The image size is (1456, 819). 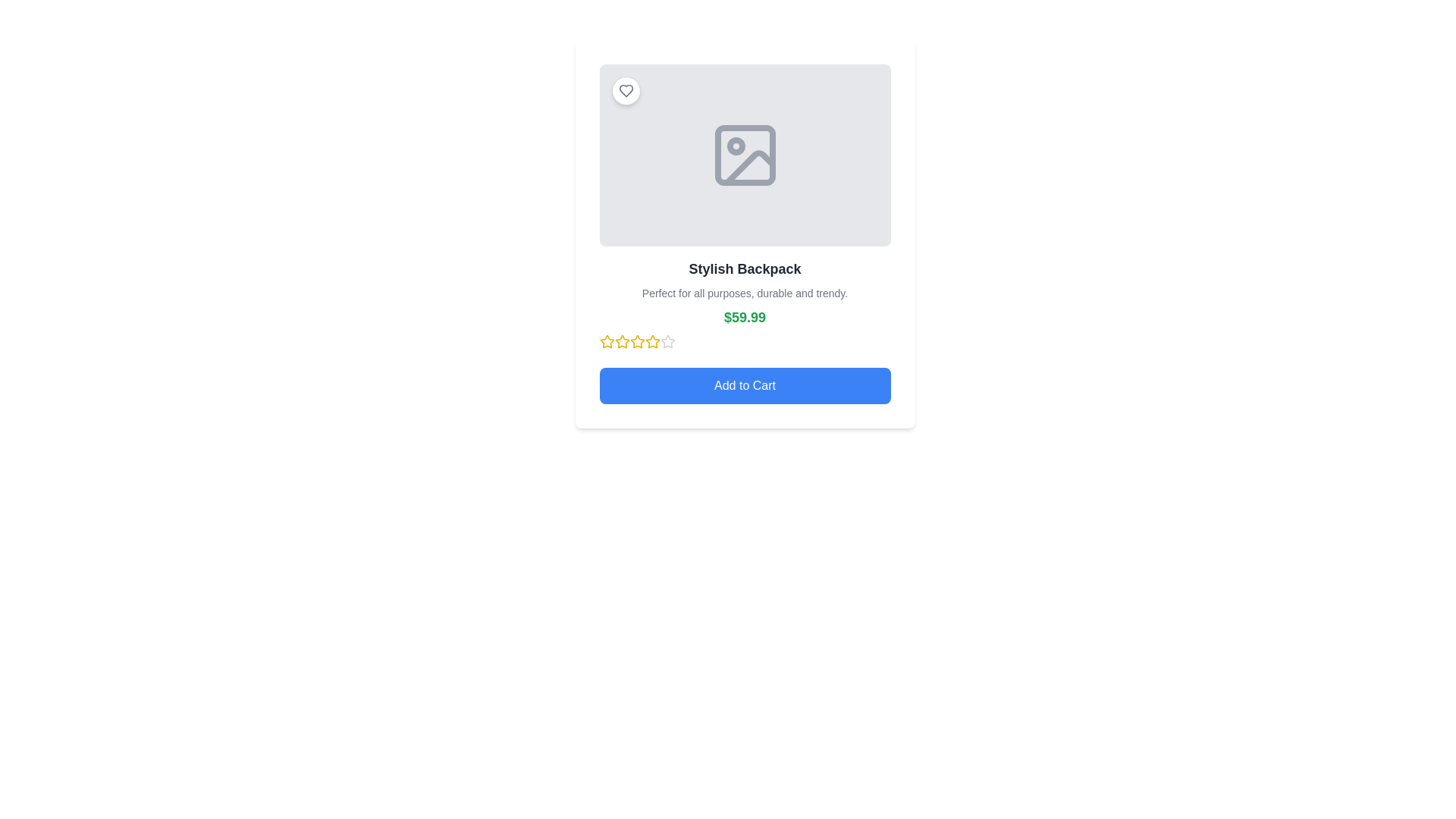 What do you see at coordinates (745, 317) in the screenshot?
I see `the text display showing the price of the product in the card` at bounding box center [745, 317].